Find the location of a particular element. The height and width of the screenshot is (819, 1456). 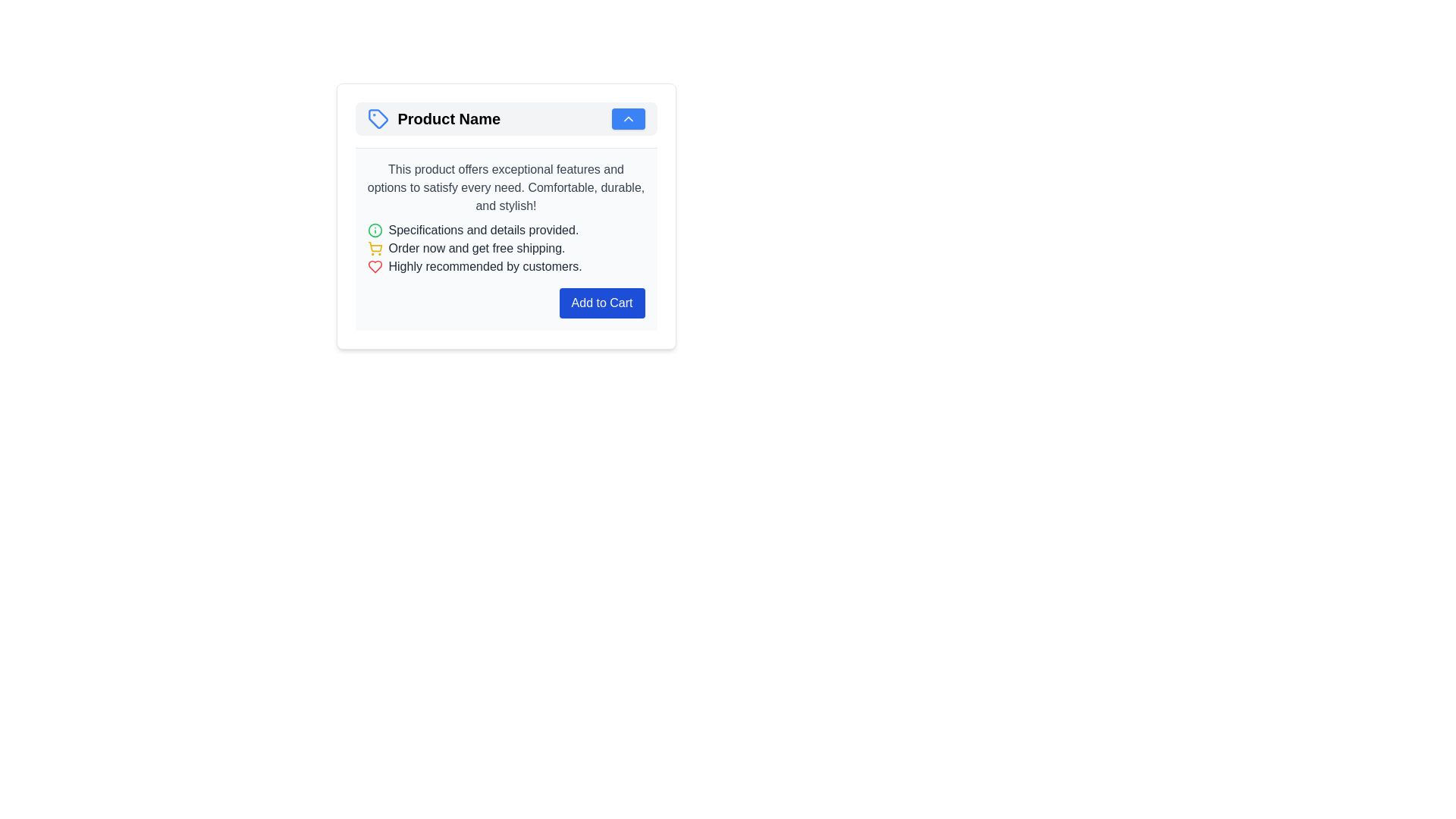

the Informational section with a light gray background that describes a product and includes action prompts like 'Order now and get free shipping' is located at coordinates (506, 239).